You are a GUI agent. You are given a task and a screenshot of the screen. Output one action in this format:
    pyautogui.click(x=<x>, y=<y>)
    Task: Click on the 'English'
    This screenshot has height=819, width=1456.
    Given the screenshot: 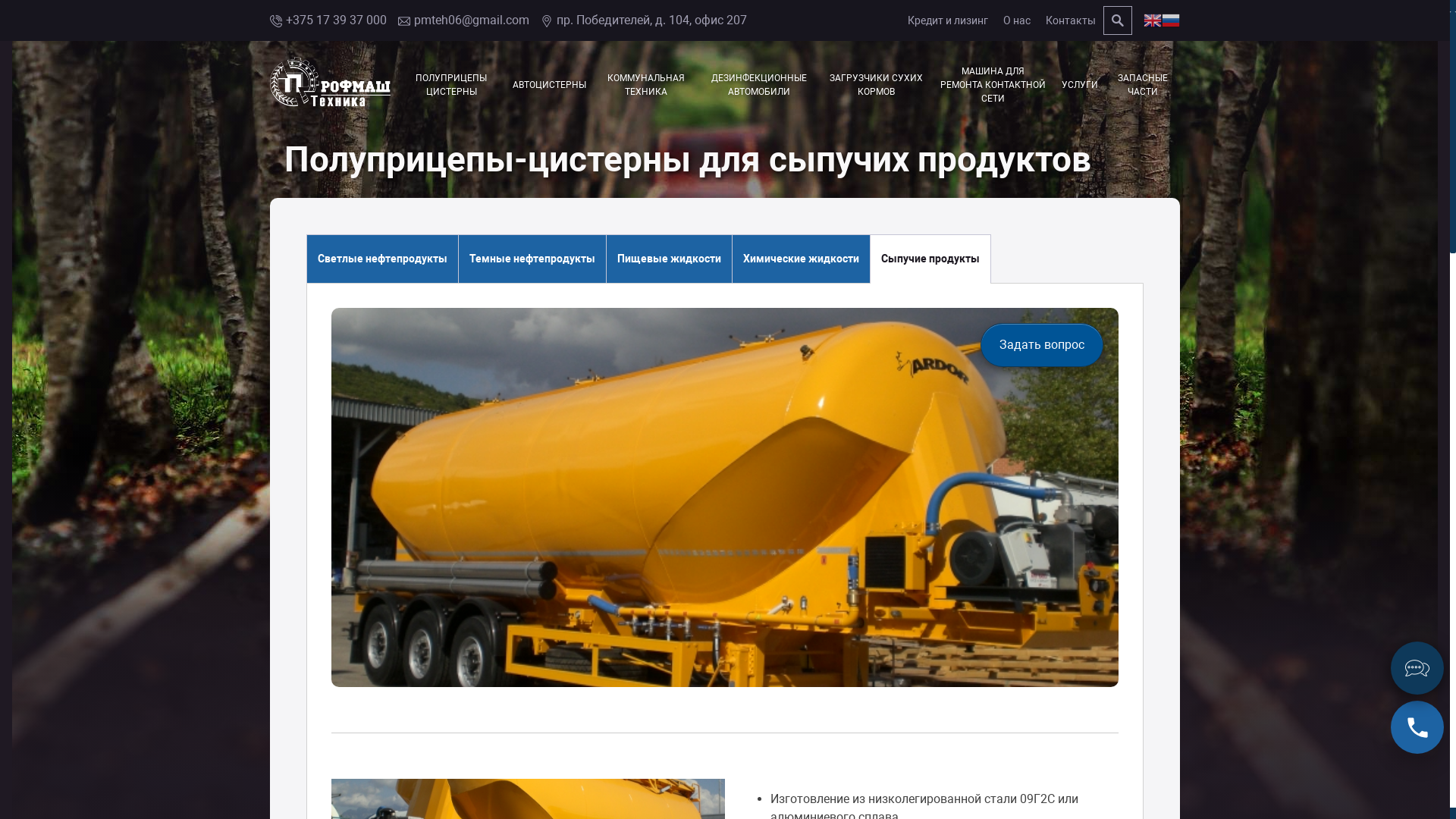 What is the action you would take?
    pyautogui.click(x=1153, y=20)
    